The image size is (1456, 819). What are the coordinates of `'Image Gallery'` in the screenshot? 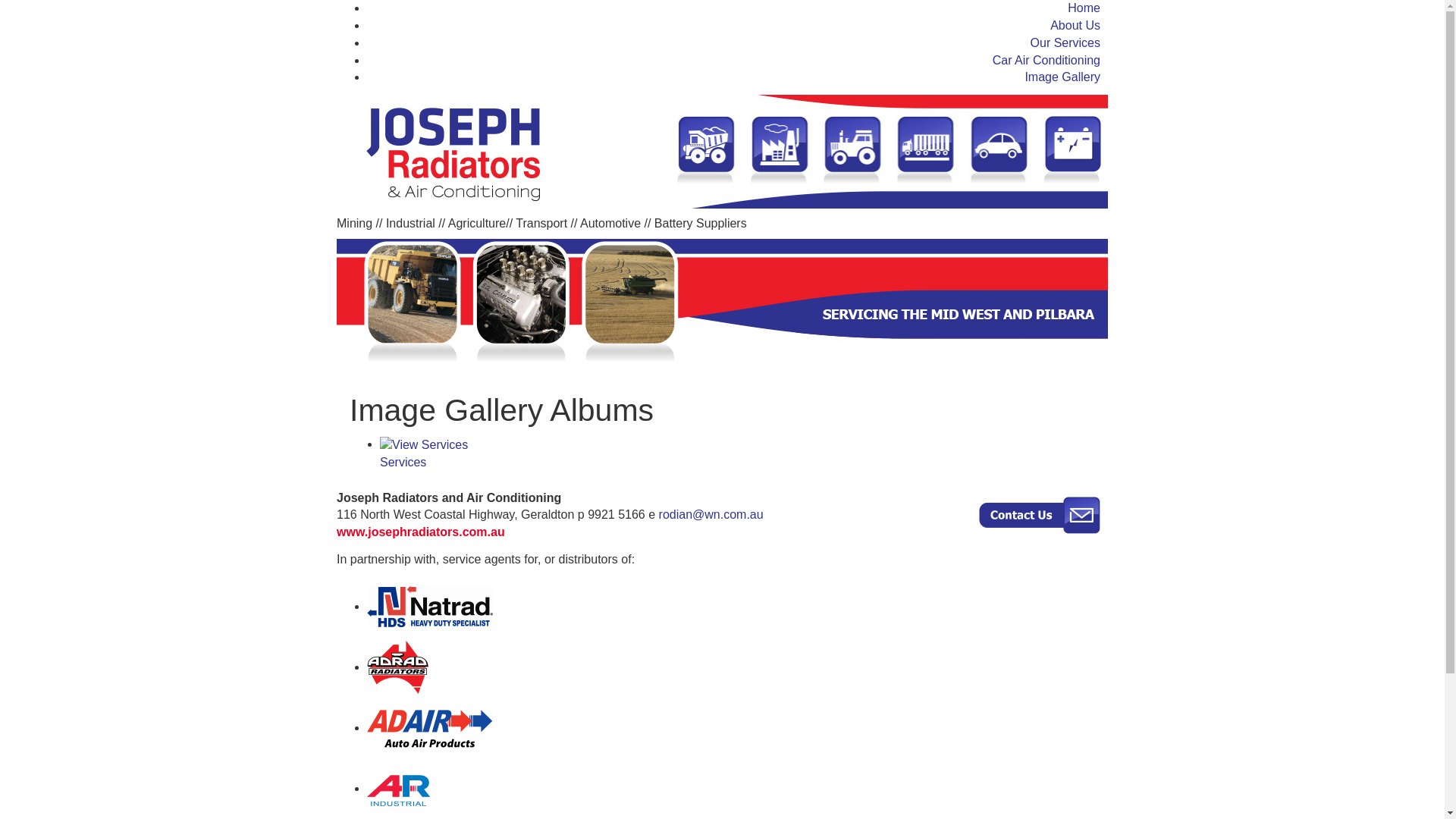 It's located at (1024, 77).